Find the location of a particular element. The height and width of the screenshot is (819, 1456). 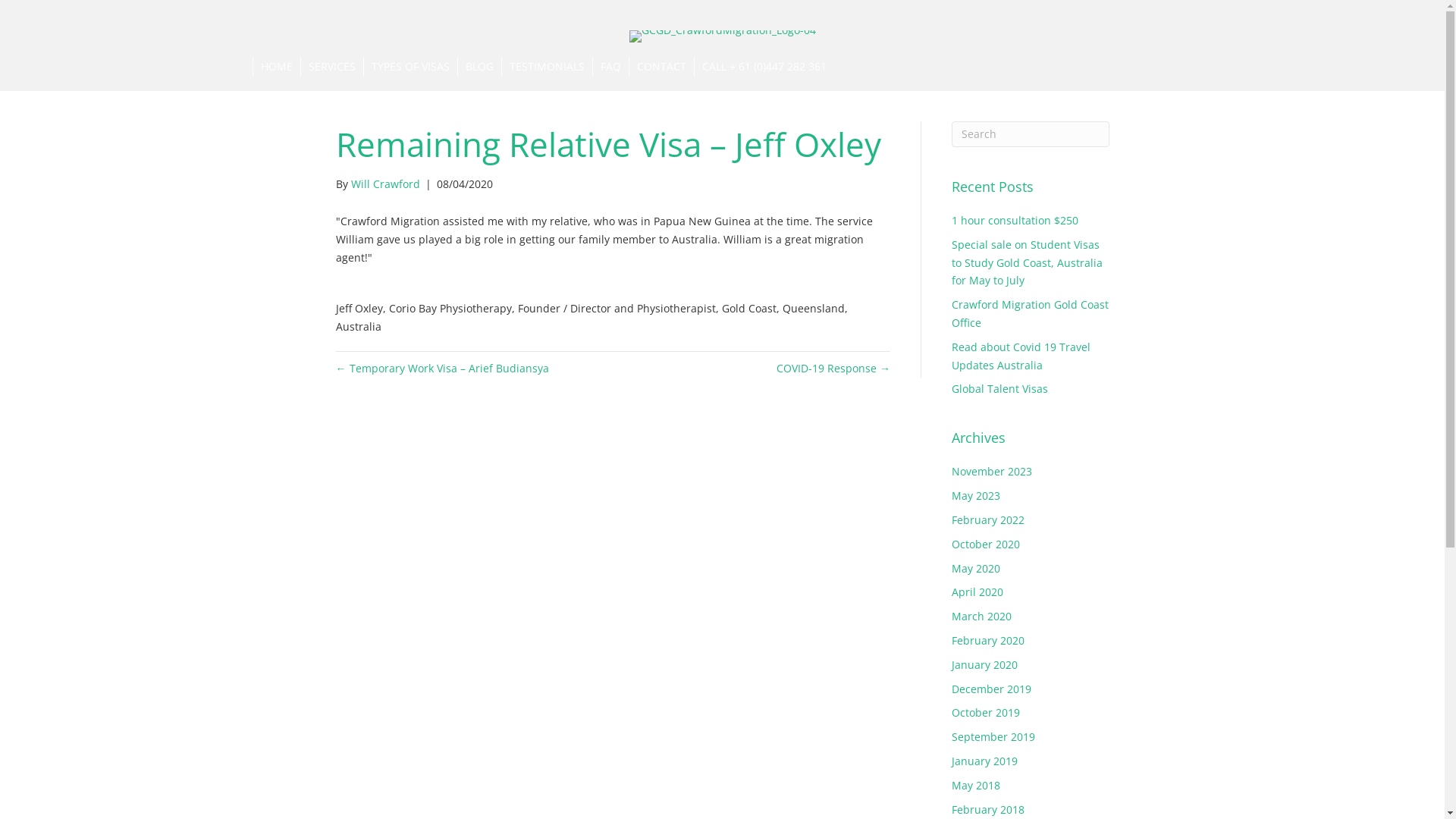

'February 2020' is located at coordinates (987, 640).